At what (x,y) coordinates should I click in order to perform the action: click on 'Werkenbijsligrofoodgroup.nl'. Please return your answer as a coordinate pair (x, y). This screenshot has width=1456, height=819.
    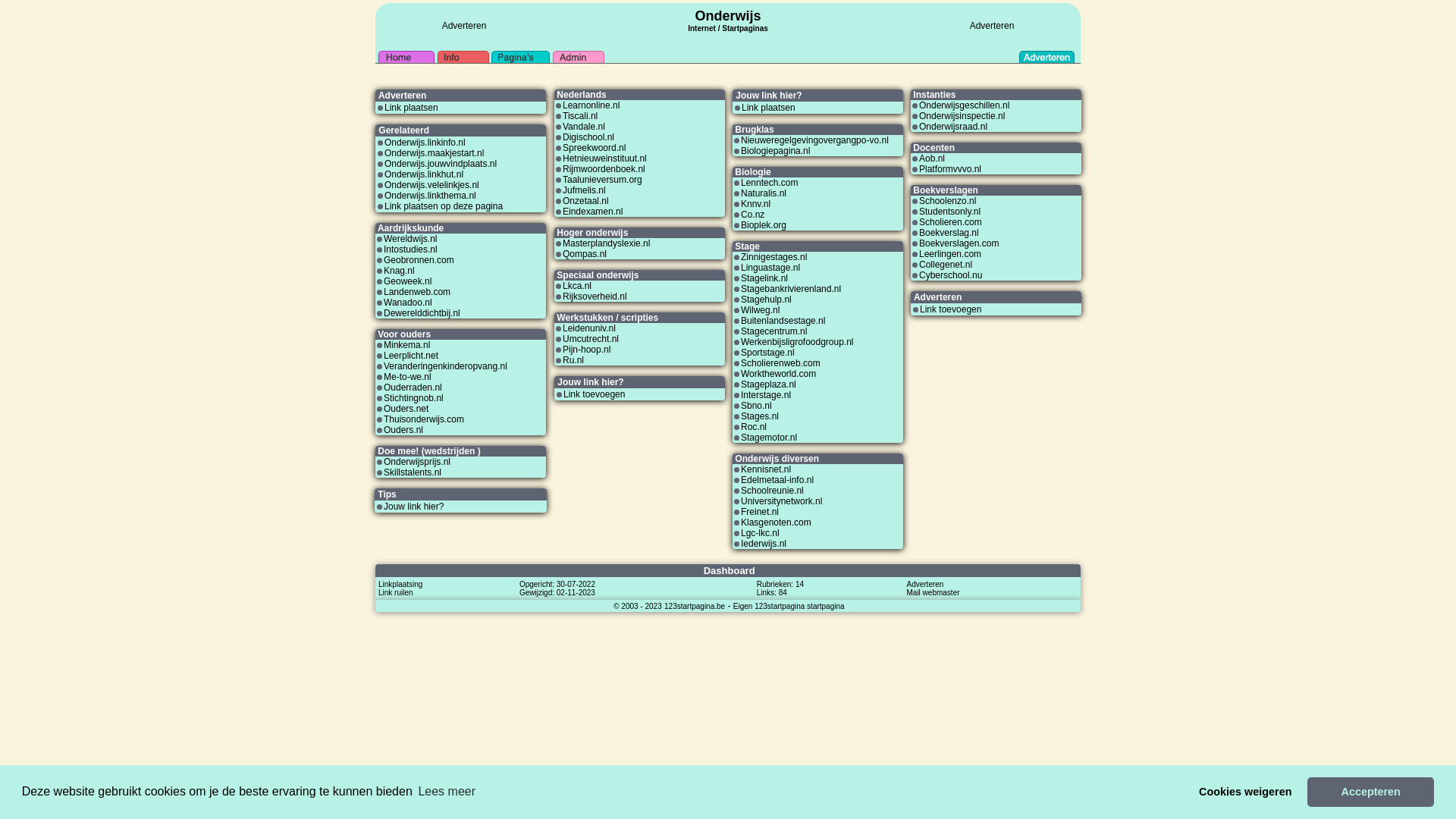
    Looking at the image, I should click on (796, 342).